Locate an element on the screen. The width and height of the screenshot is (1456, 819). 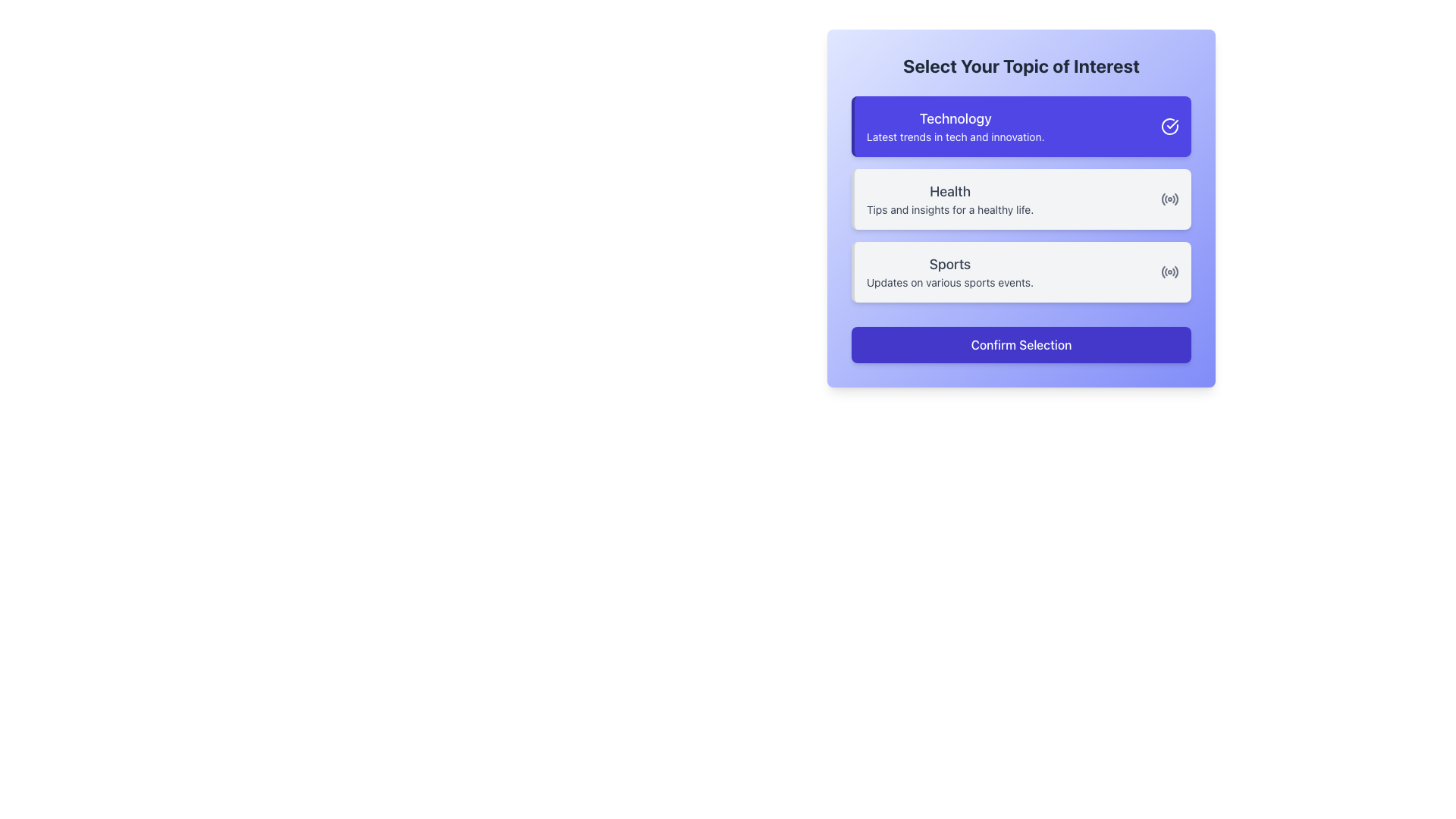
the text element reading 'Latest trends in tech and innovation.' which is located directly below the title 'Technology' in the purple card interface is located at coordinates (955, 137).